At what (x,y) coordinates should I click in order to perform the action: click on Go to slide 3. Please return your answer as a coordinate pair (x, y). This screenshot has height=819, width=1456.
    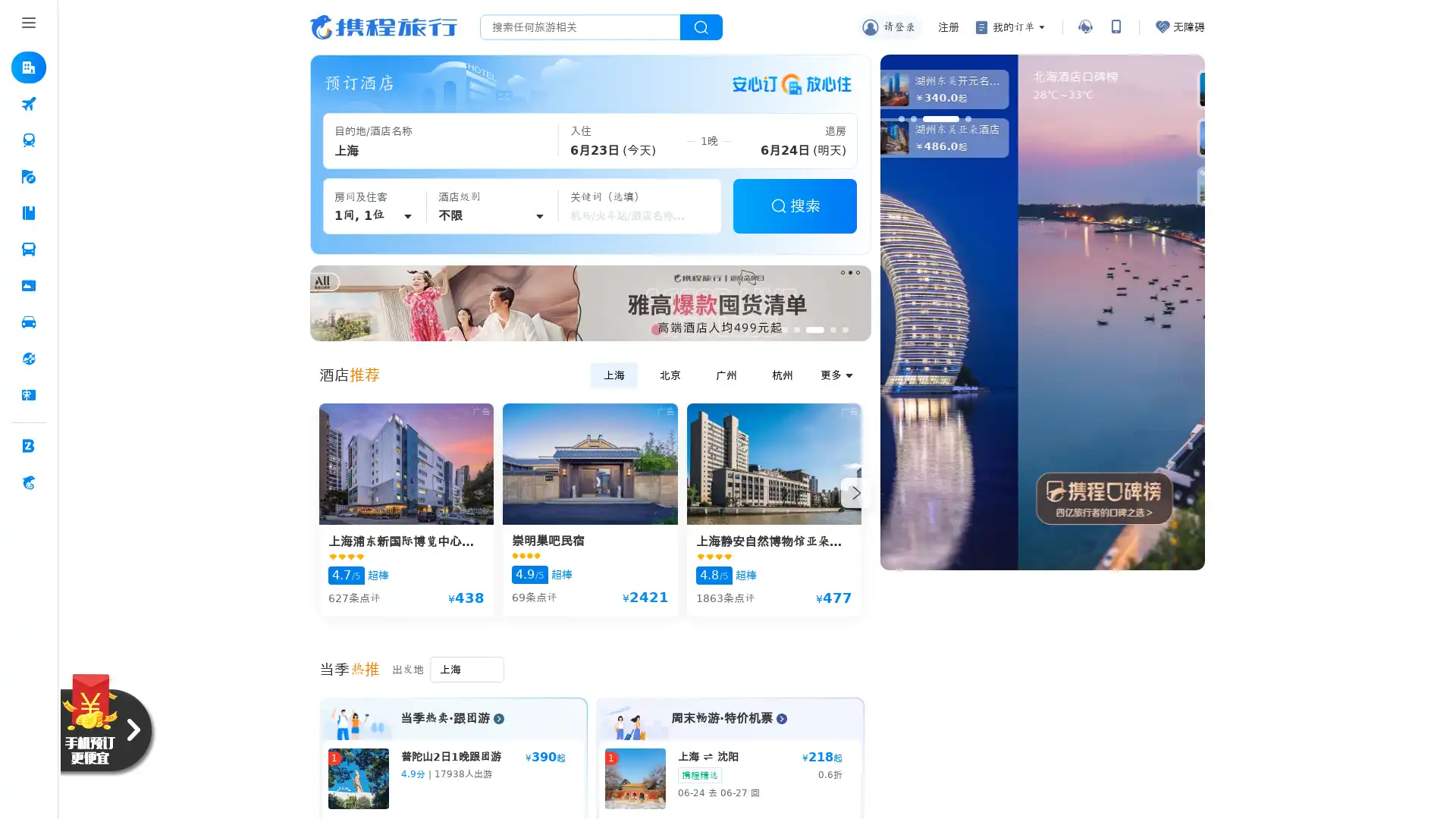
    Looking at the image, I should click on (924, 118).